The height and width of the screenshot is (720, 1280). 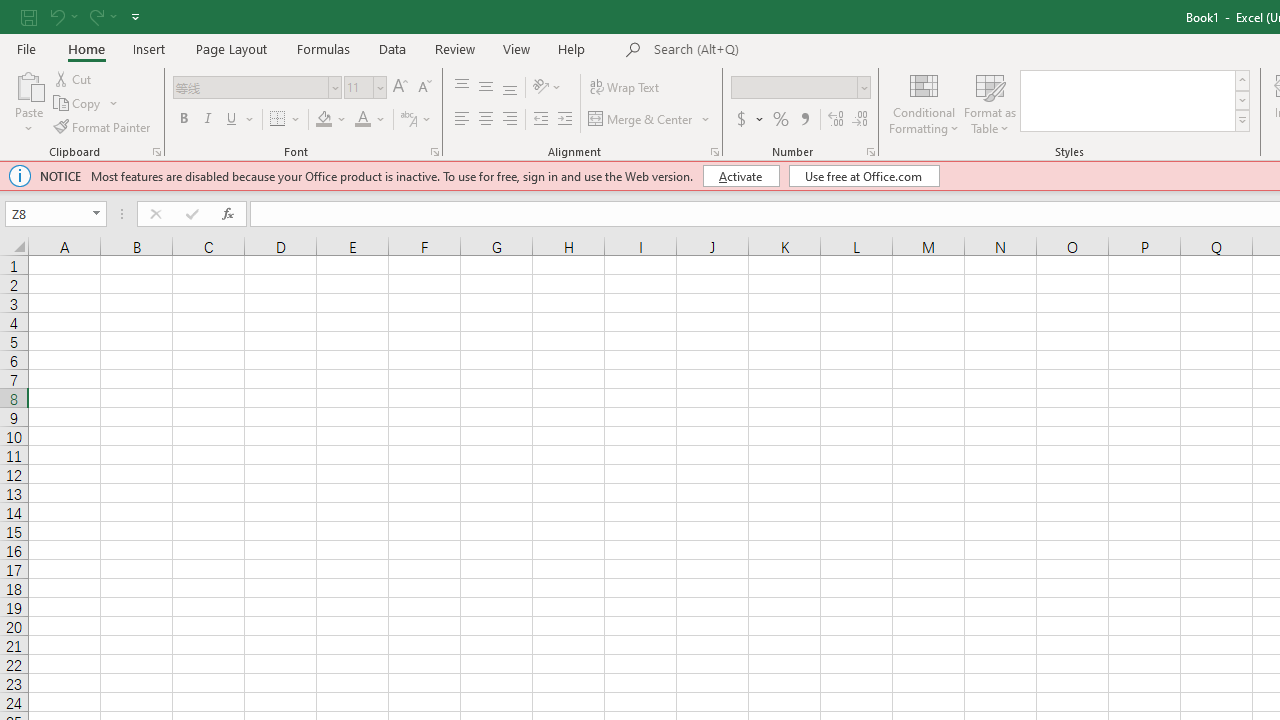 What do you see at coordinates (740, 175) in the screenshot?
I see `'Activate'` at bounding box center [740, 175].